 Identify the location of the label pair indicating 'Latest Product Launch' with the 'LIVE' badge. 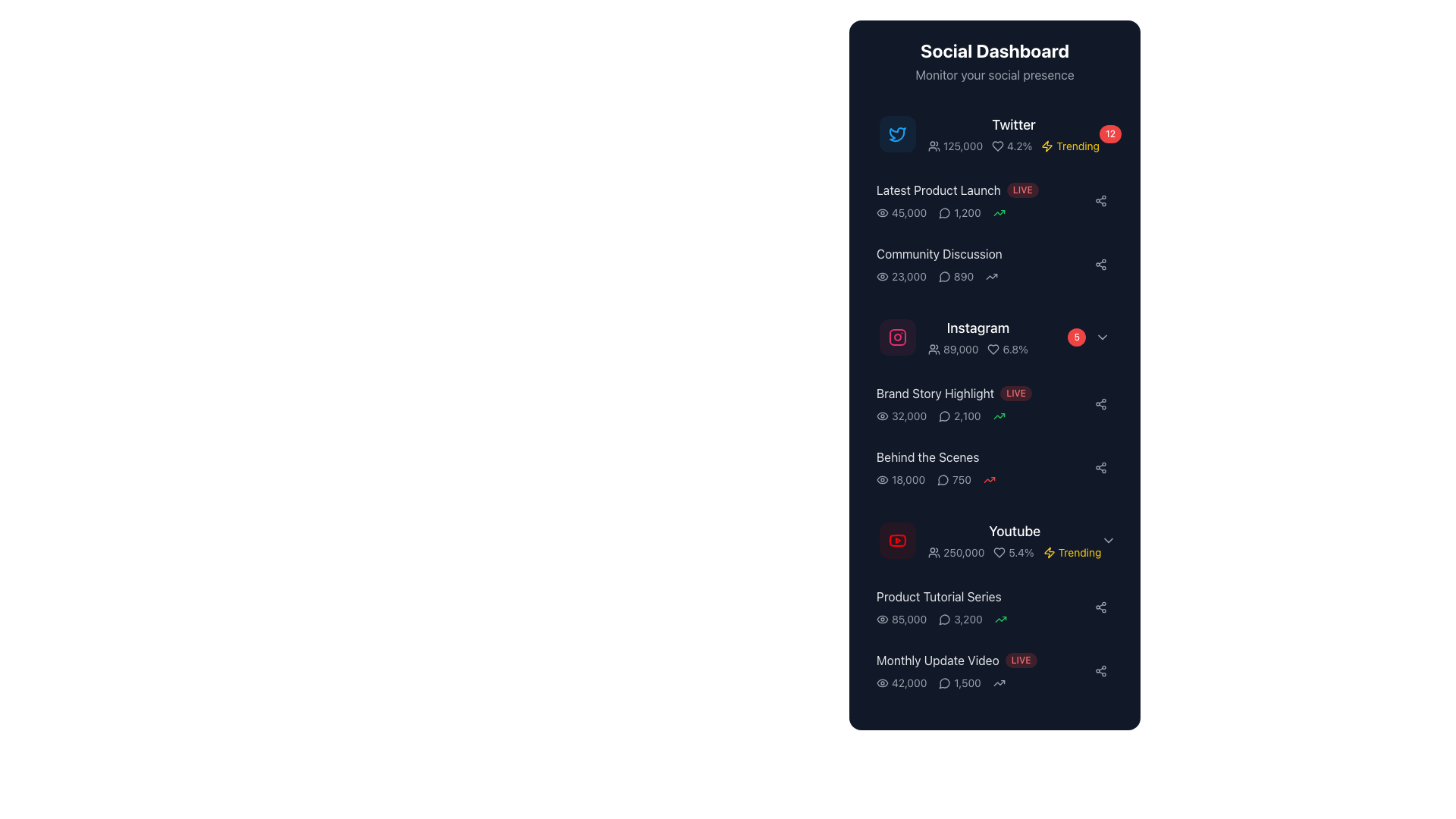
(983, 189).